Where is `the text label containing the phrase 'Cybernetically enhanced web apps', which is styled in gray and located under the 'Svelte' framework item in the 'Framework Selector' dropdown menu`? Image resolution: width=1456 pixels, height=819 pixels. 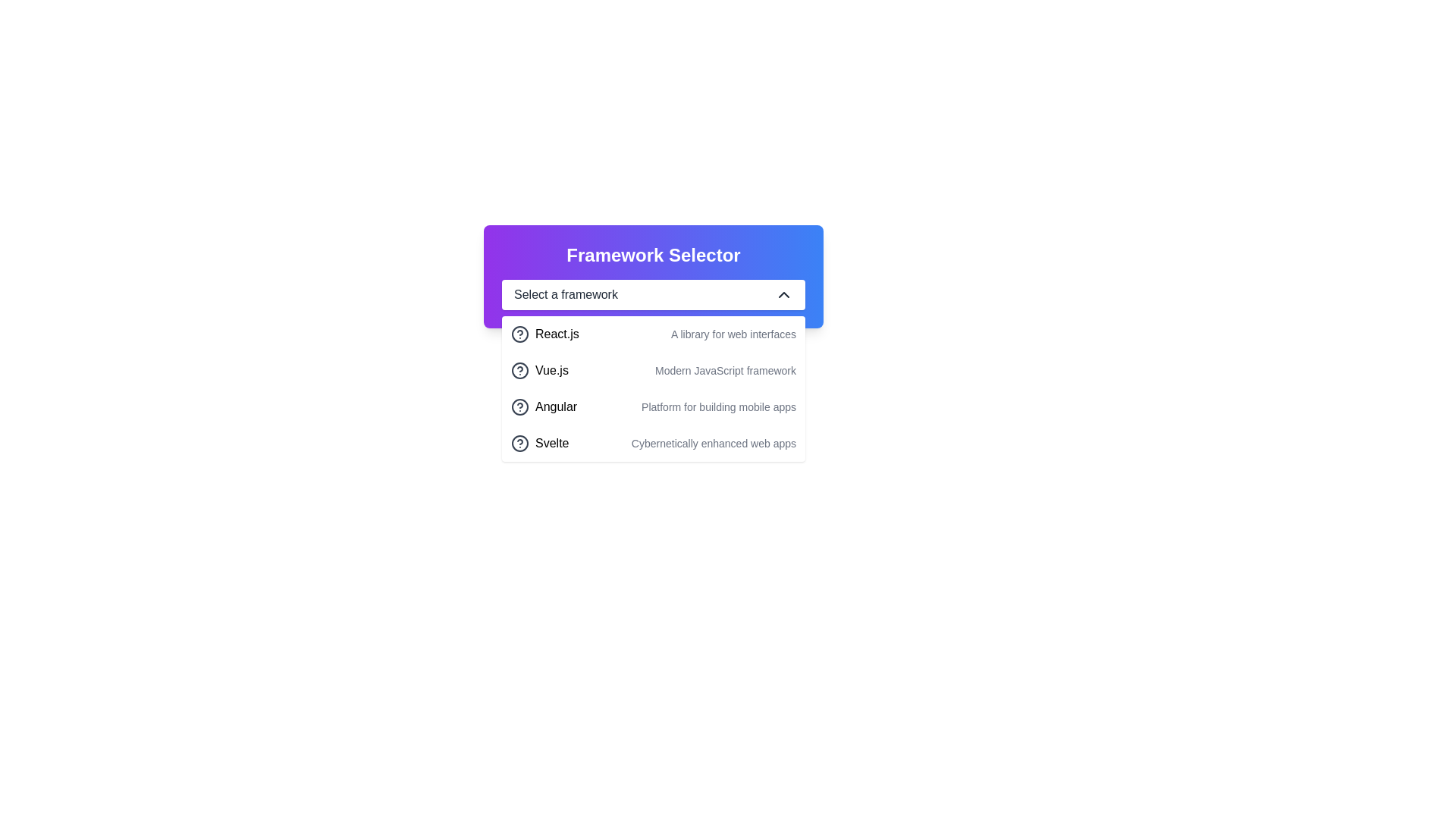
the text label containing the phrase 'Cybernetically enhanced web apps', which is styled in gray and located under the 'Svelte' framework item in the 'Framework Selector' dropdown menu is located at coordinates (713, 444).